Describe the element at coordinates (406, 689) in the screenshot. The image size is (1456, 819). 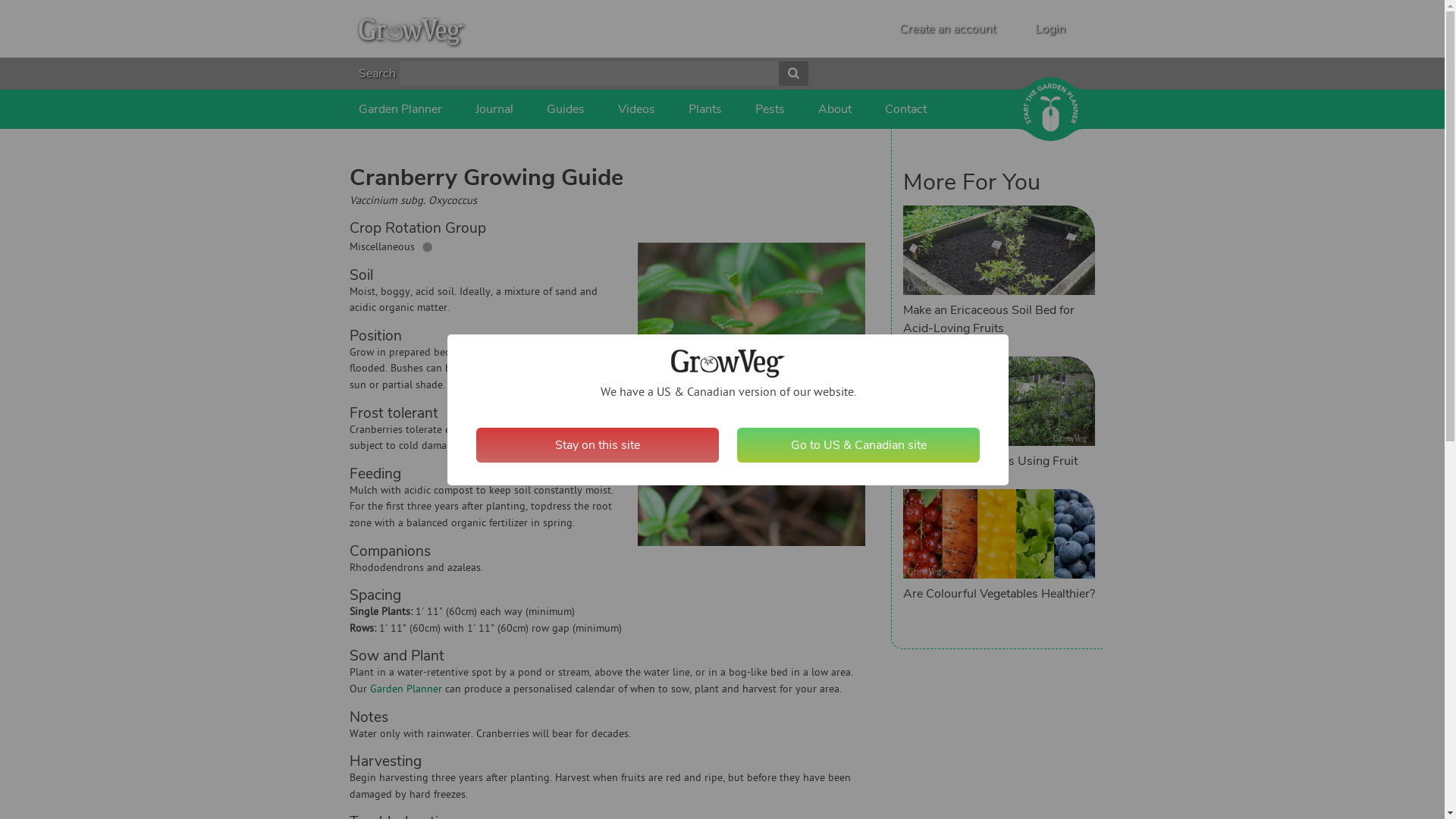
I see `'Garden Planner'` at that location.